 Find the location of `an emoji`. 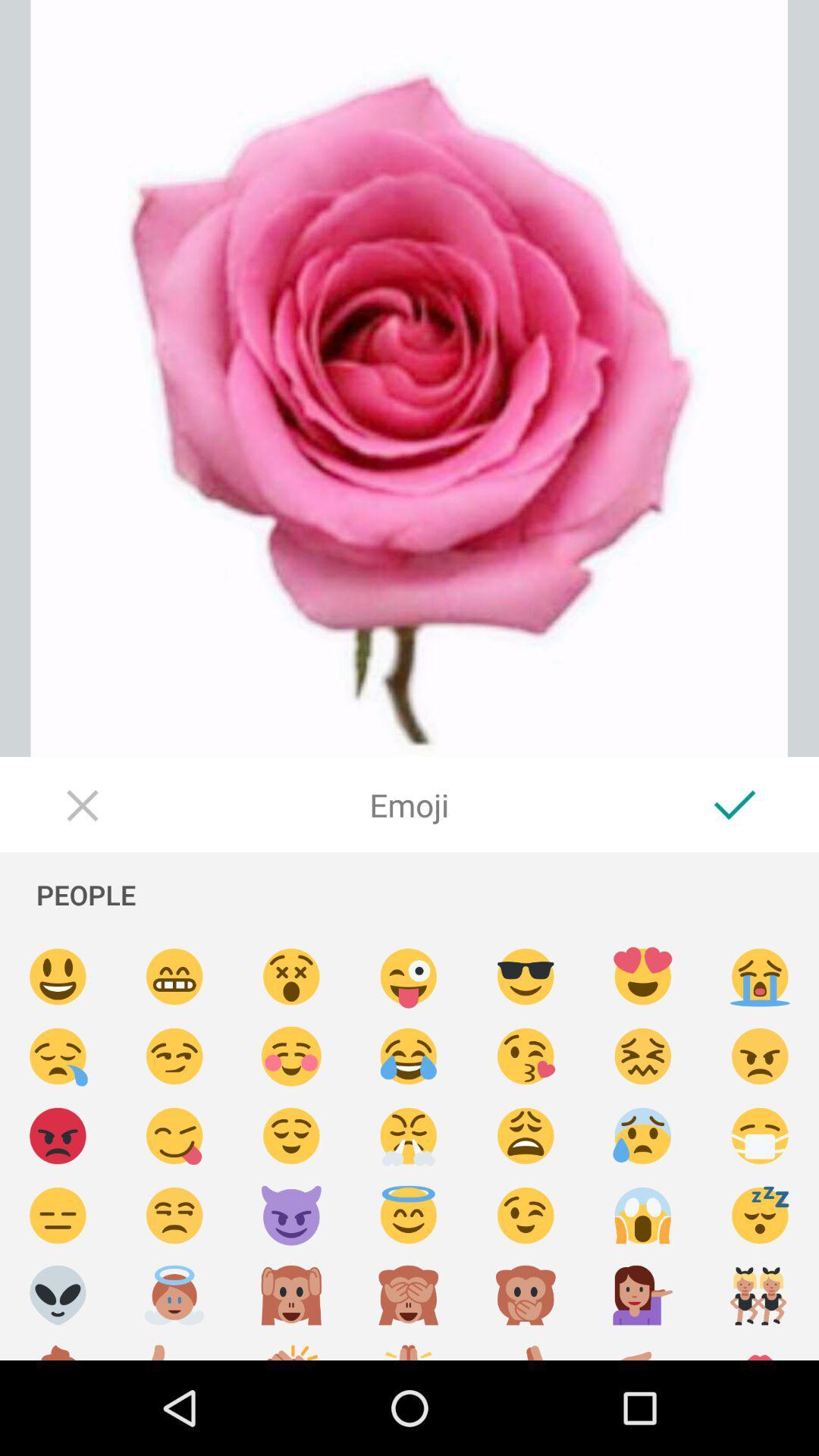

an emoji is located at coordinates (57, 1294).